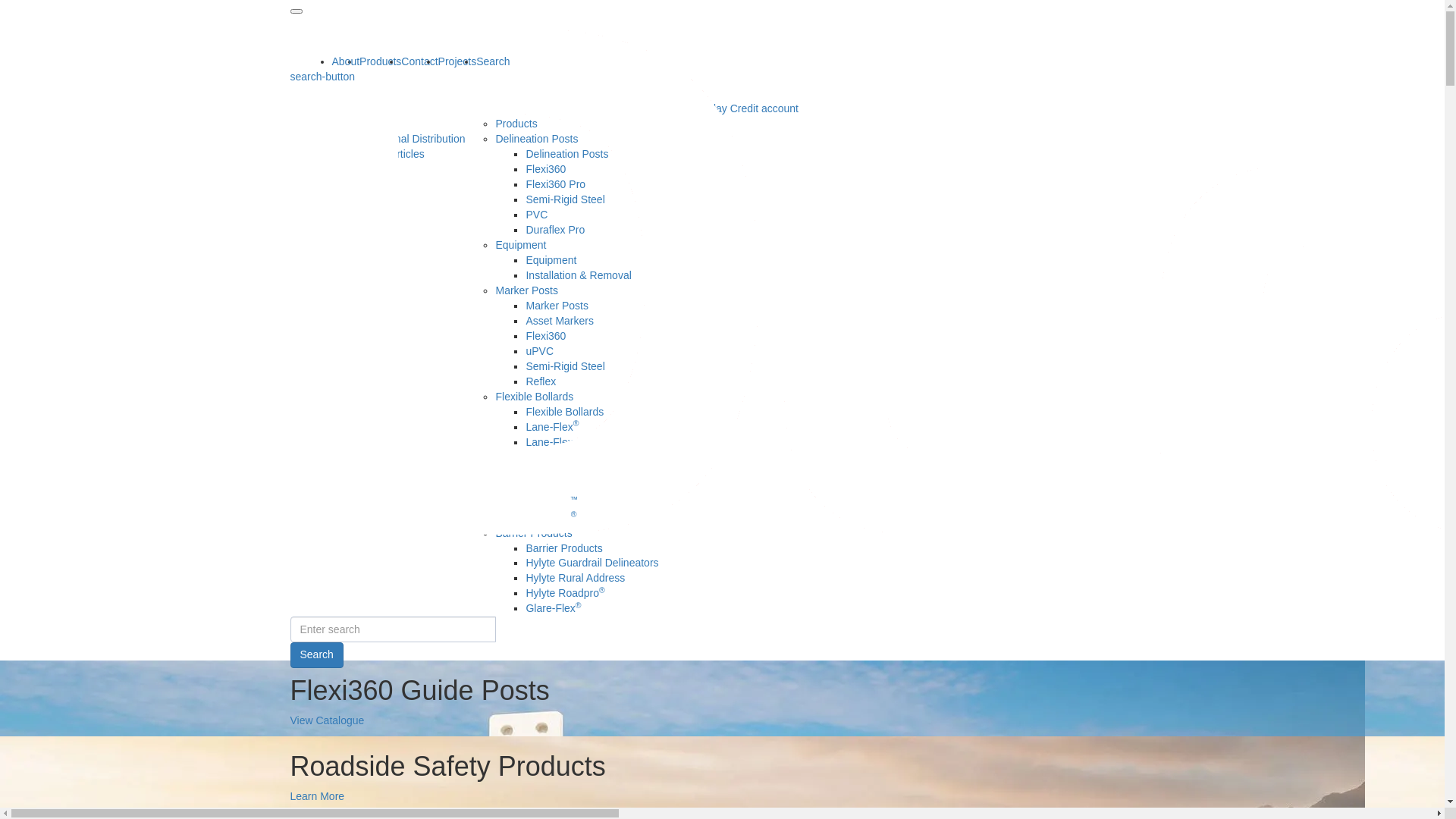  Describe the element at coordinates (525, 154) in the screenshot. I see `'Delineation Posts'` at that location.